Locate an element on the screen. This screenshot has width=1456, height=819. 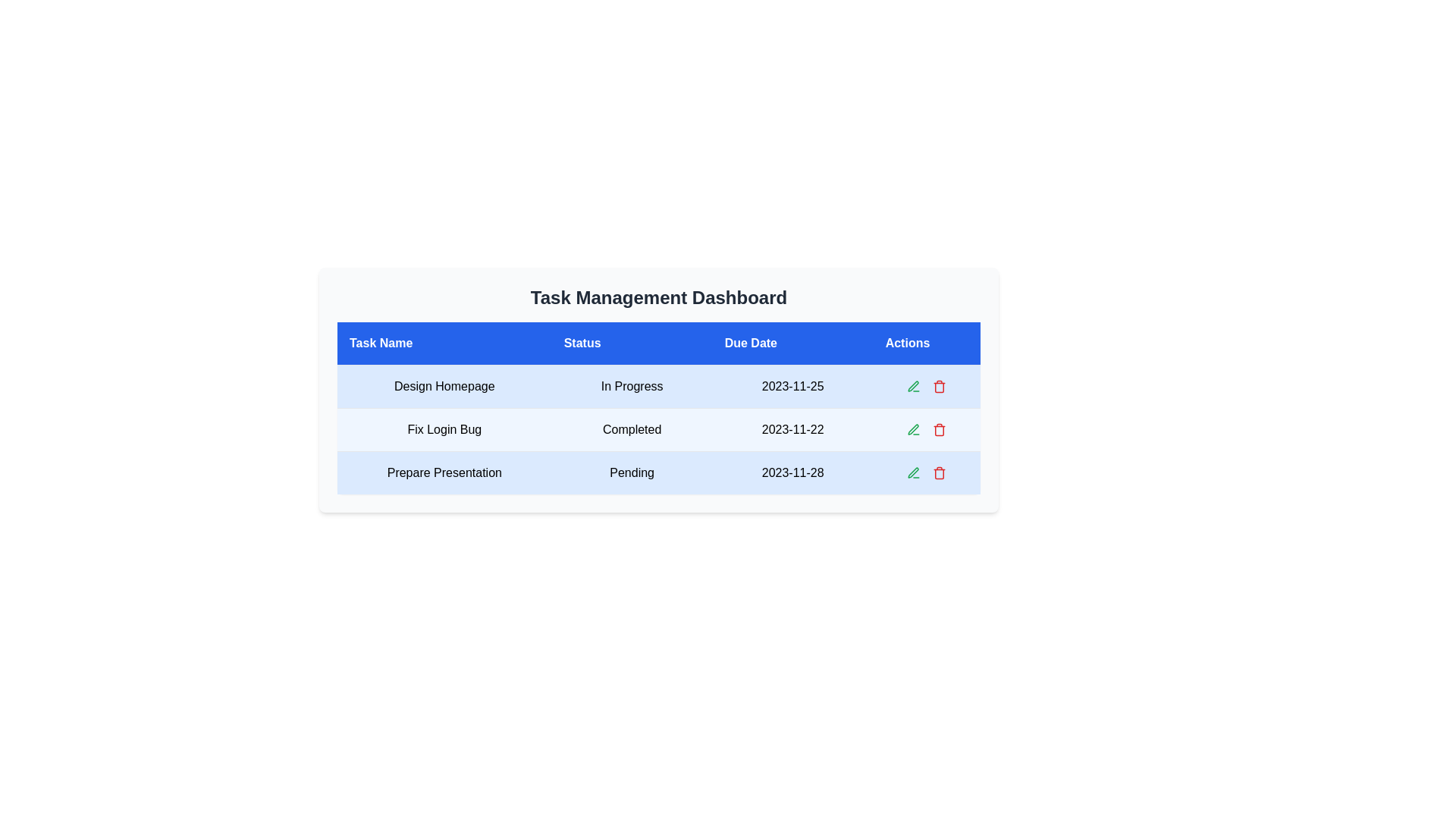
the first icon button in the 'Actions' column of the second row is located at coordinates (913, 385).